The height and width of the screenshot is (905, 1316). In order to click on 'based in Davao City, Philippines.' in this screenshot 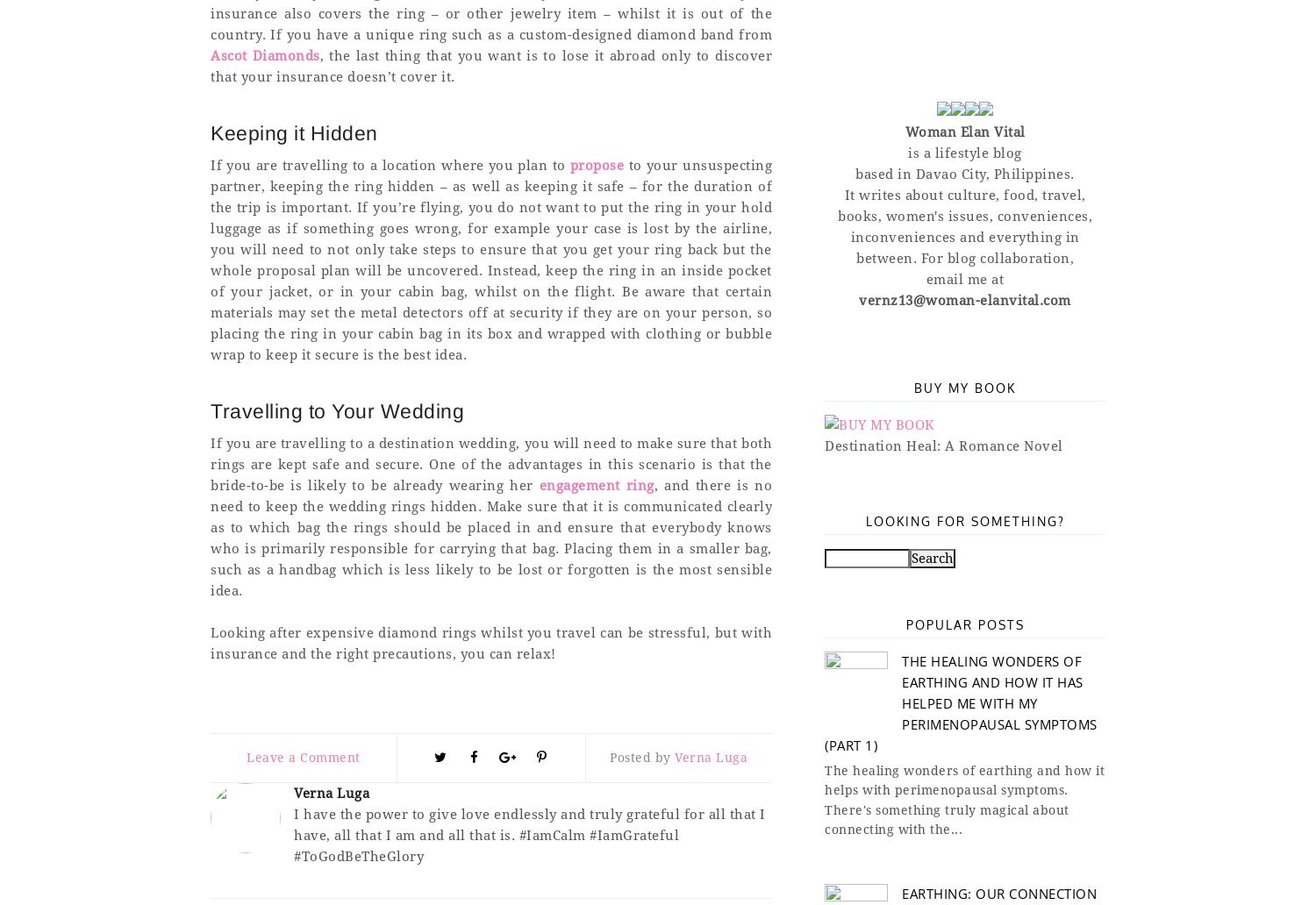, I will do `click(963, 173)`.